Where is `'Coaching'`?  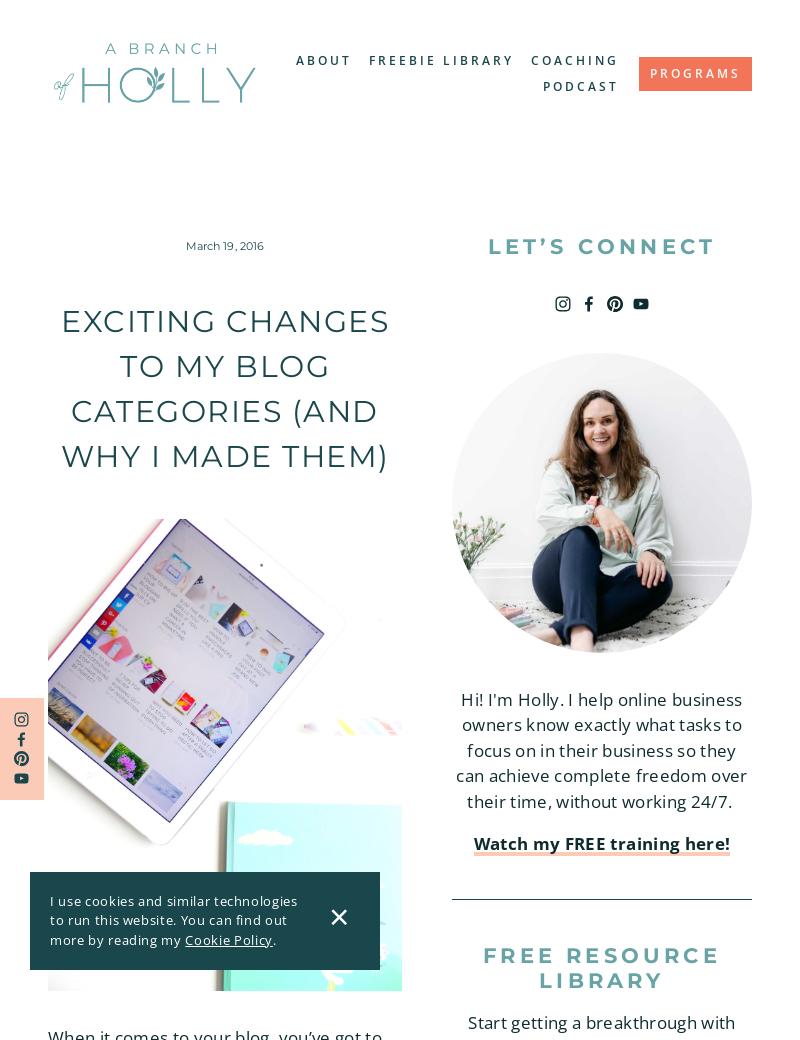
'Coaching' is located at coordinates (574, 58).